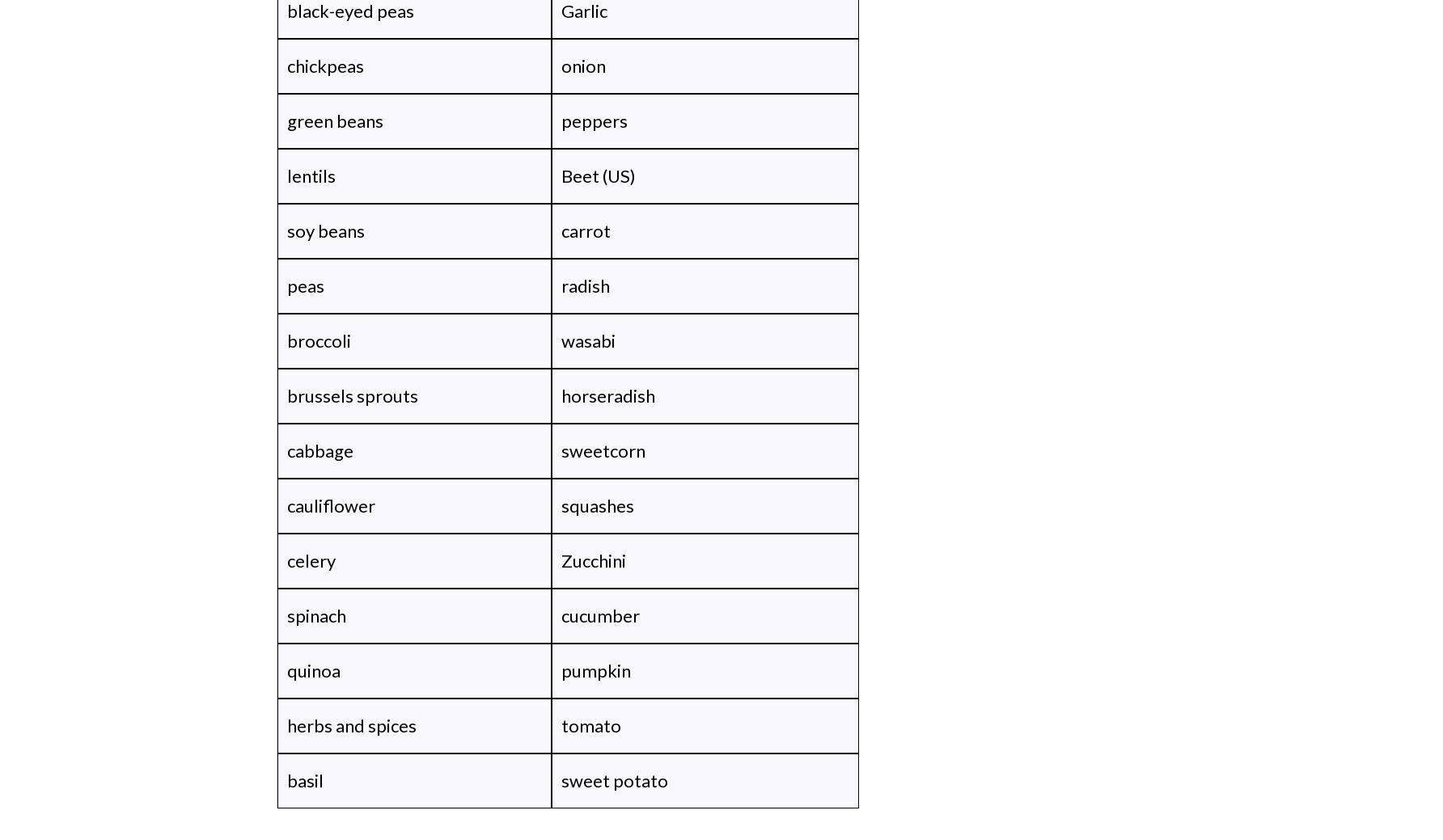  I want to click on 'spinach', so click(315, 614).